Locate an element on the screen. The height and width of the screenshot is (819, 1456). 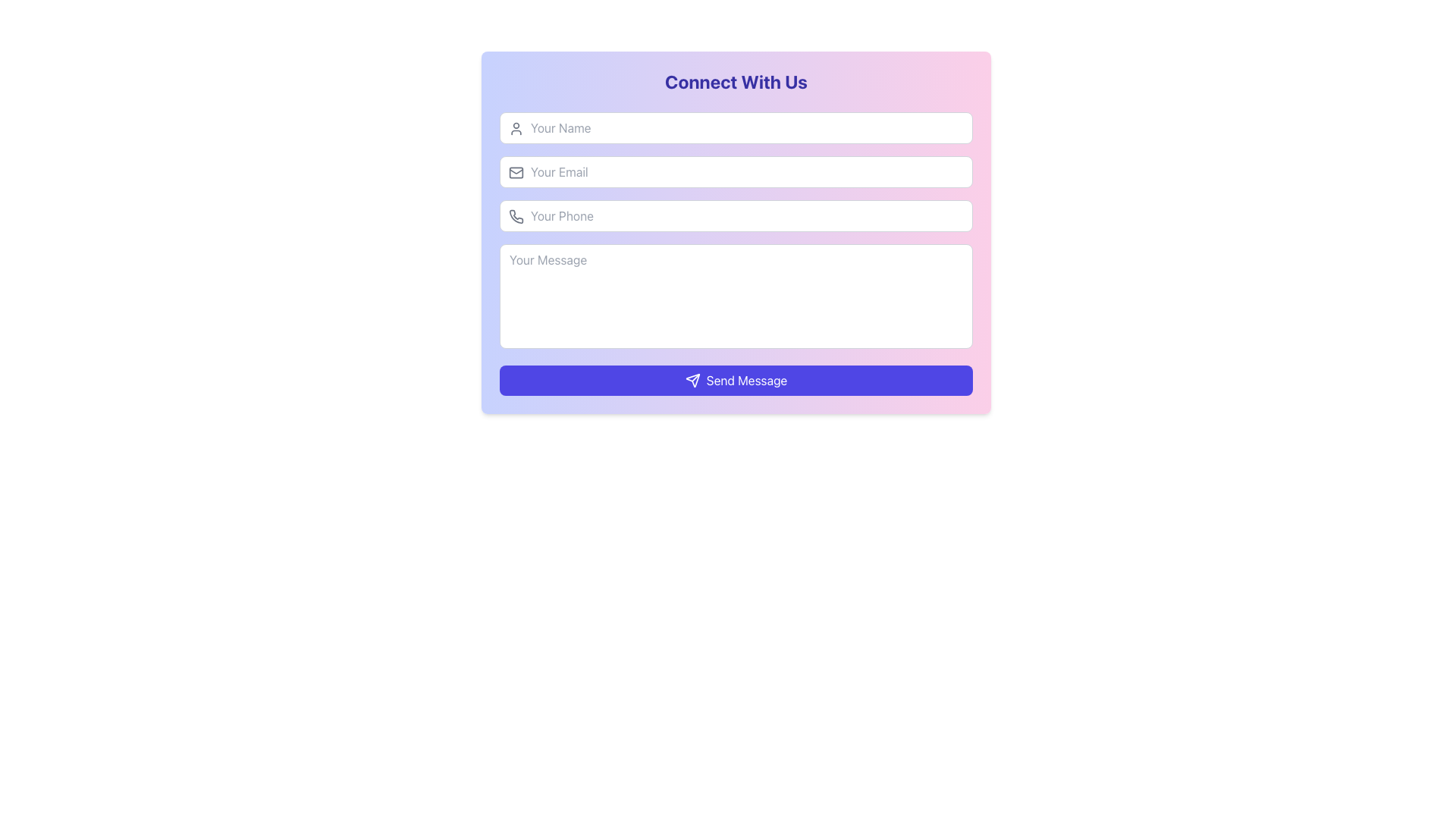
the title text element at the top center of the panel, which provides context to the form below it is located at coordinates (736, 82).